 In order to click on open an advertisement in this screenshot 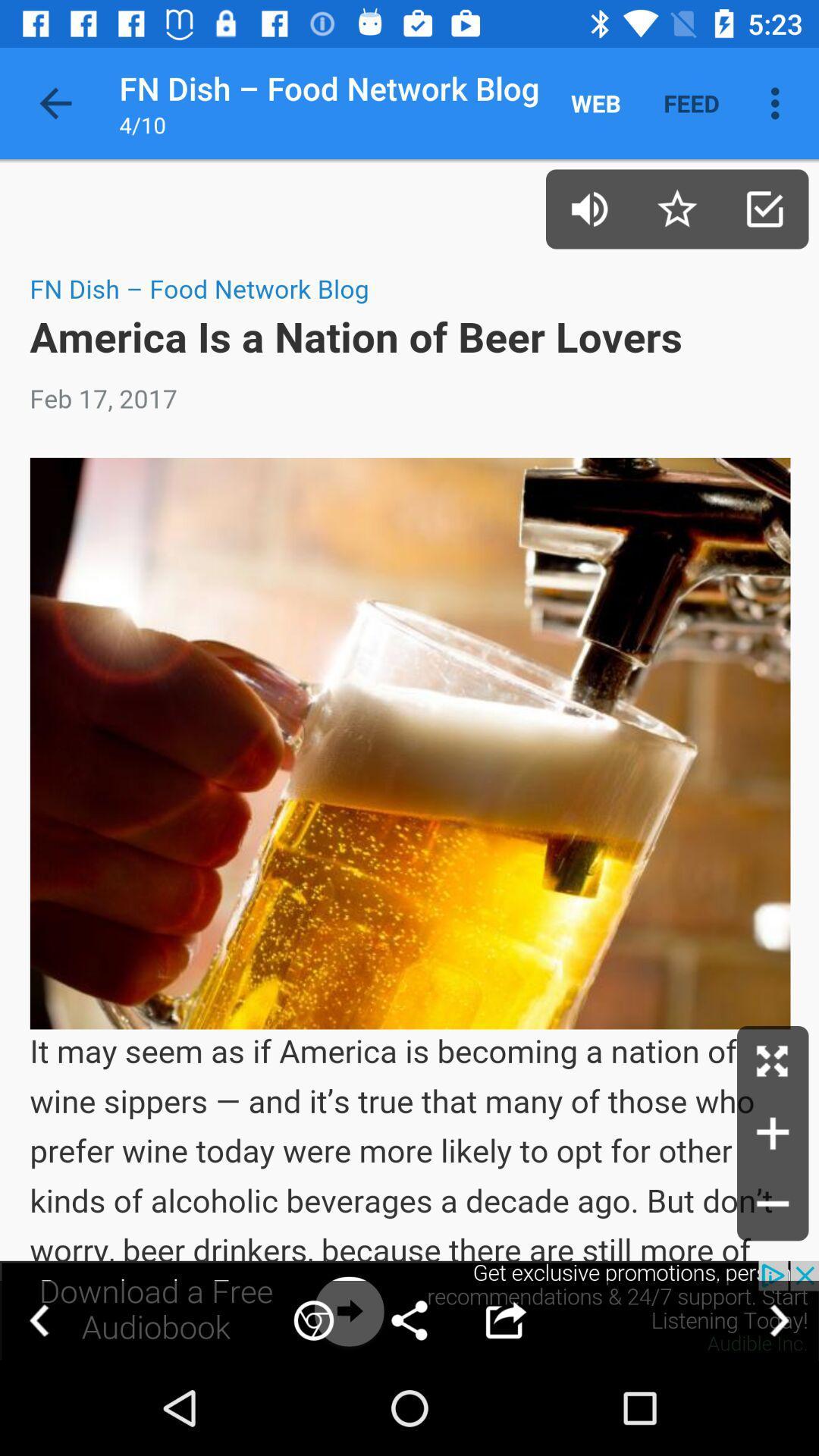, I will do `click(409, 1310)`.